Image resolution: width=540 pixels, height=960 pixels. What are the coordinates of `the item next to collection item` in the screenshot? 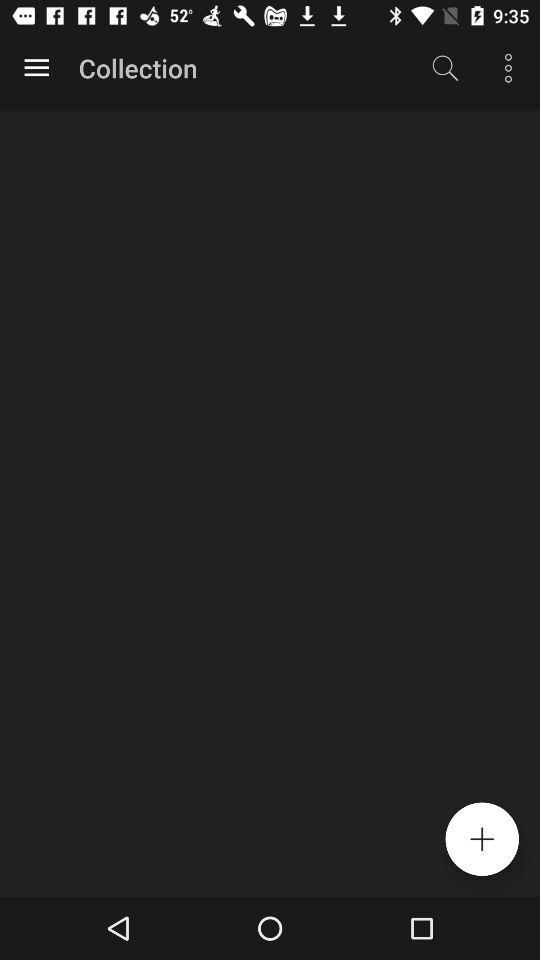 It's located at (445, 68).